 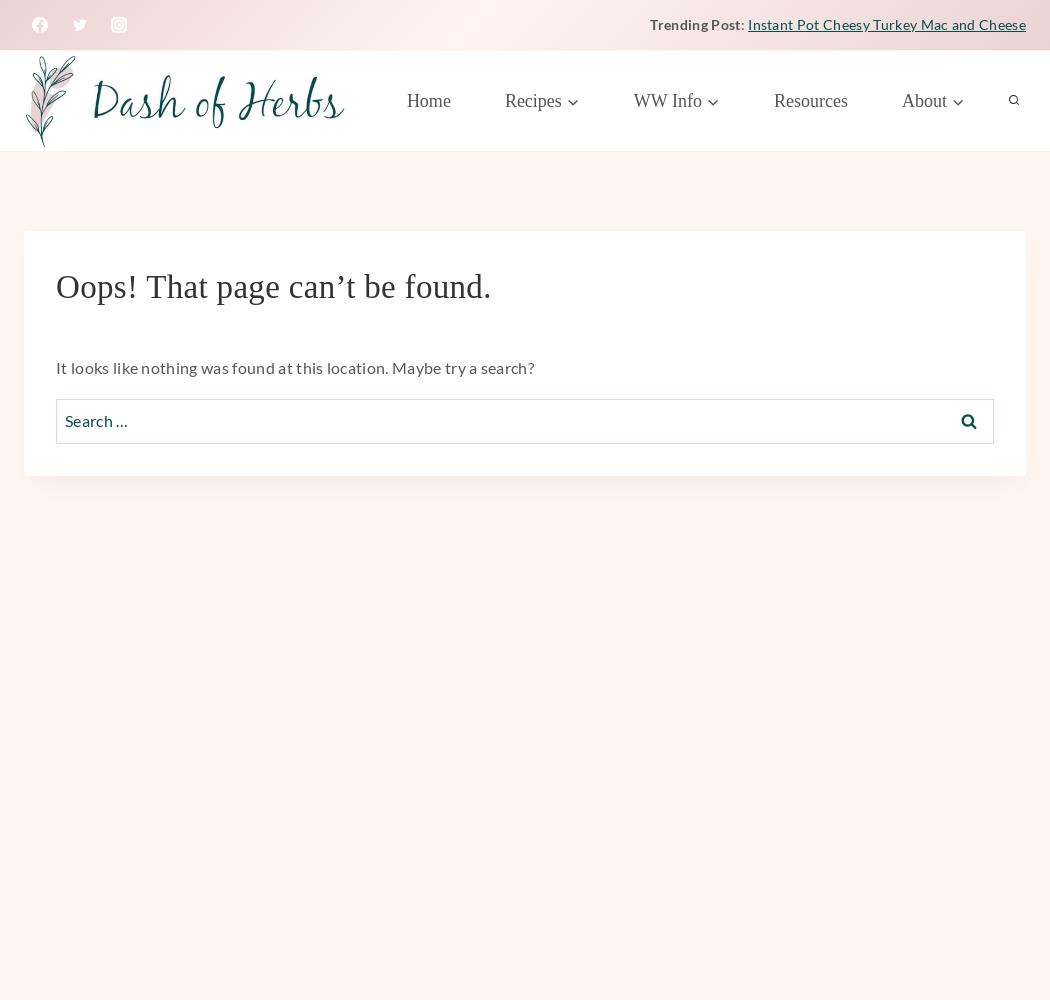 What do you see at coordinates (426, 99) in the screenshot?
I see `'Home'` at bounding box center [426, 99].